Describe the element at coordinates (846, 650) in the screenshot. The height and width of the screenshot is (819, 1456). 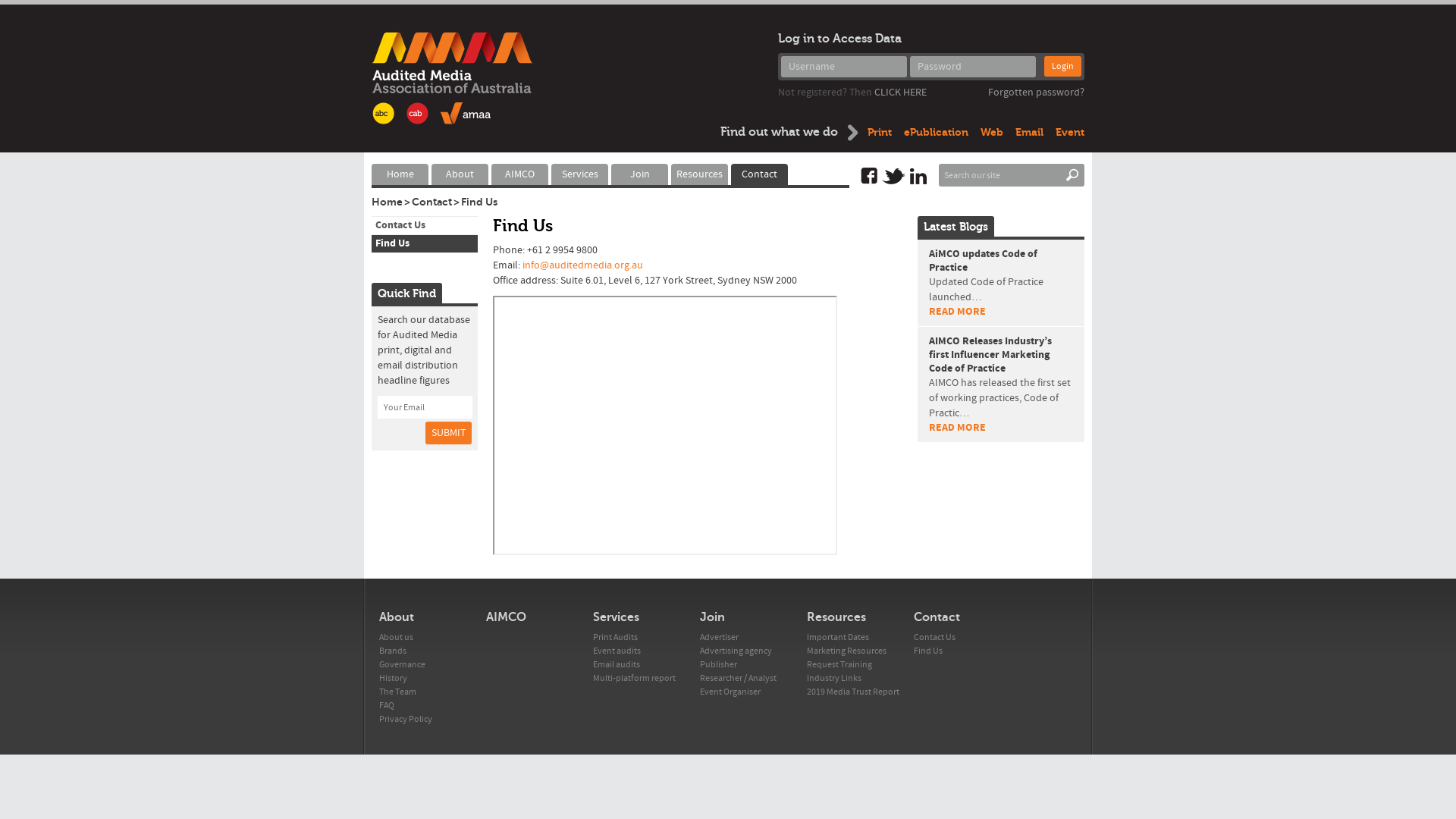
I see `'Marketing Resources'` at that location.